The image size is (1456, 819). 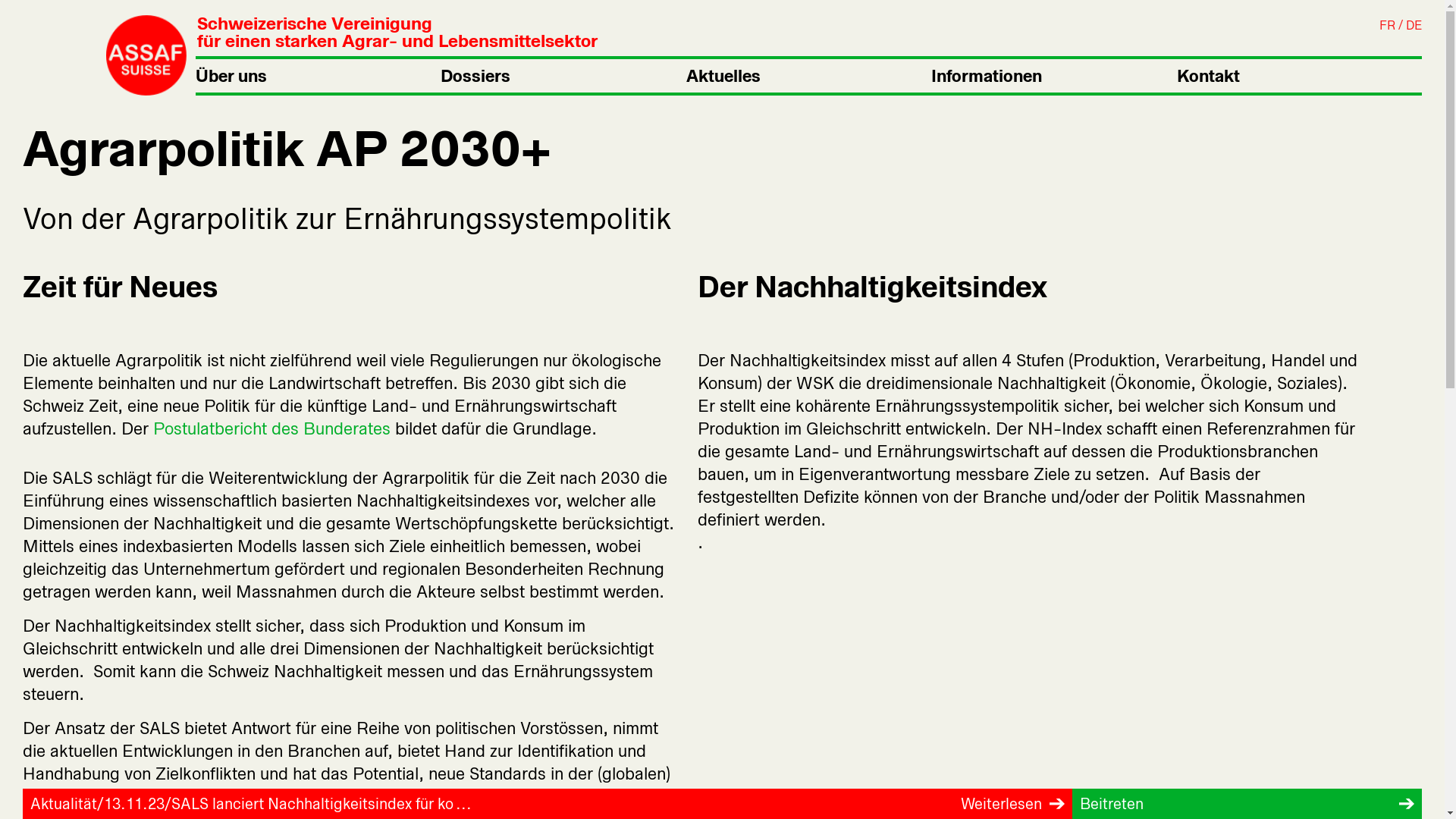 What do you see at coordinates (271, 428) in the screenshot?
I see `'Postulatbericht des Bunderates'` at bounding box center [271, 428].